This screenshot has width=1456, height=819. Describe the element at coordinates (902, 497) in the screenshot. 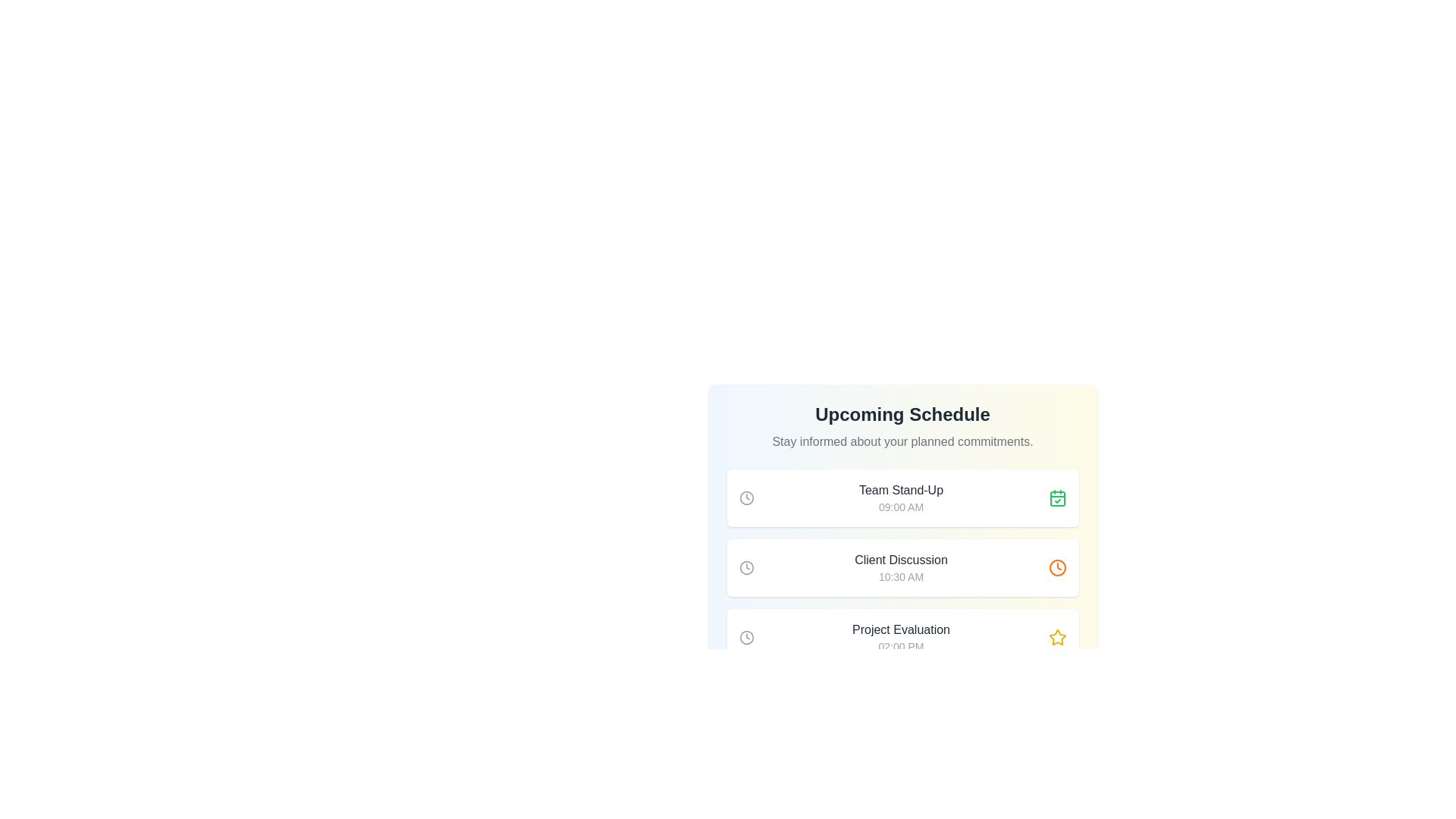

I see `the first list item representing a scheduled event titled 'Team Stand-Up'` at that location.